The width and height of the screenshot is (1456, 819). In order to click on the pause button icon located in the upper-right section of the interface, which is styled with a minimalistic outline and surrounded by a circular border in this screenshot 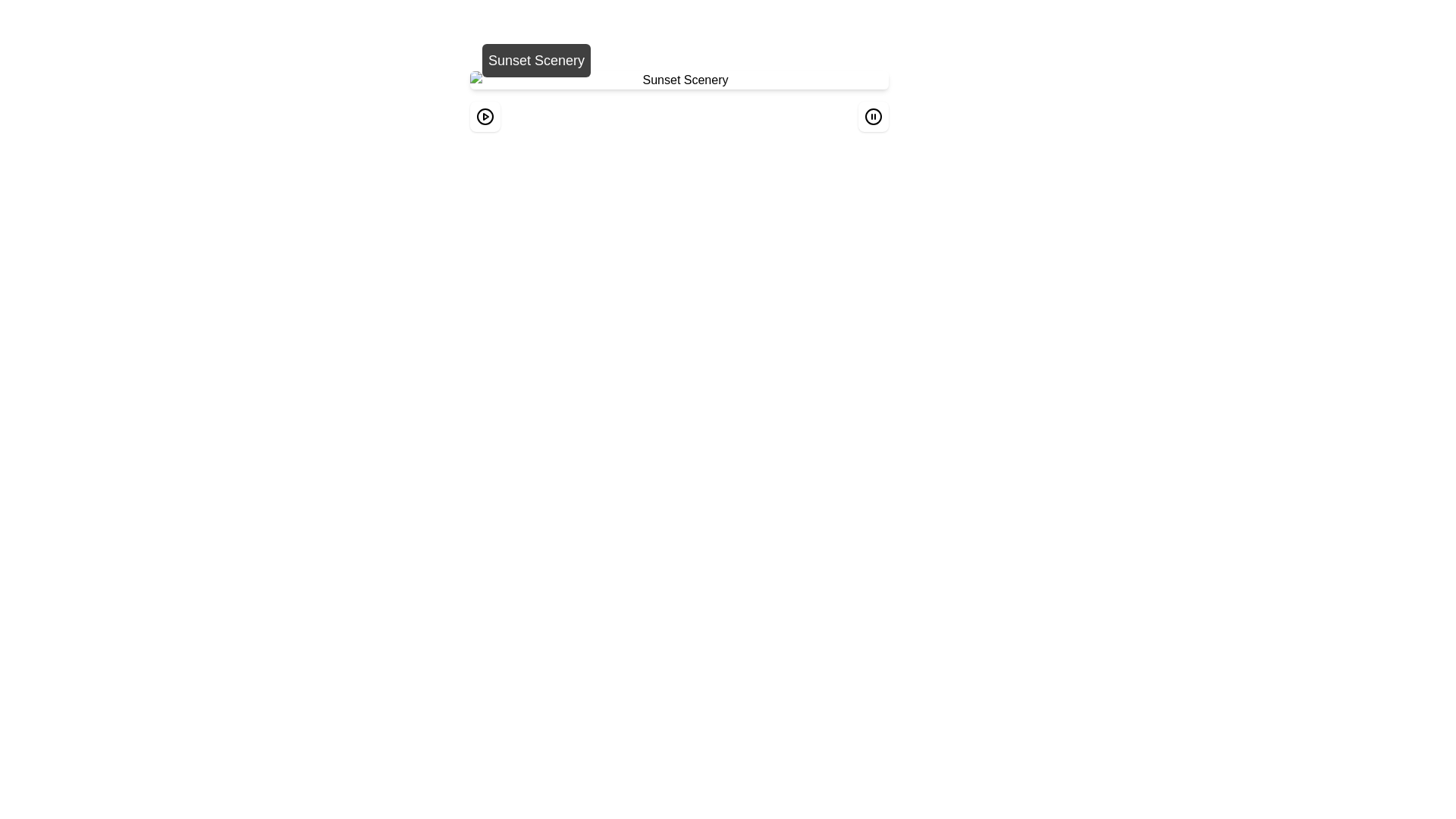, I will do `click(874, 116)`.